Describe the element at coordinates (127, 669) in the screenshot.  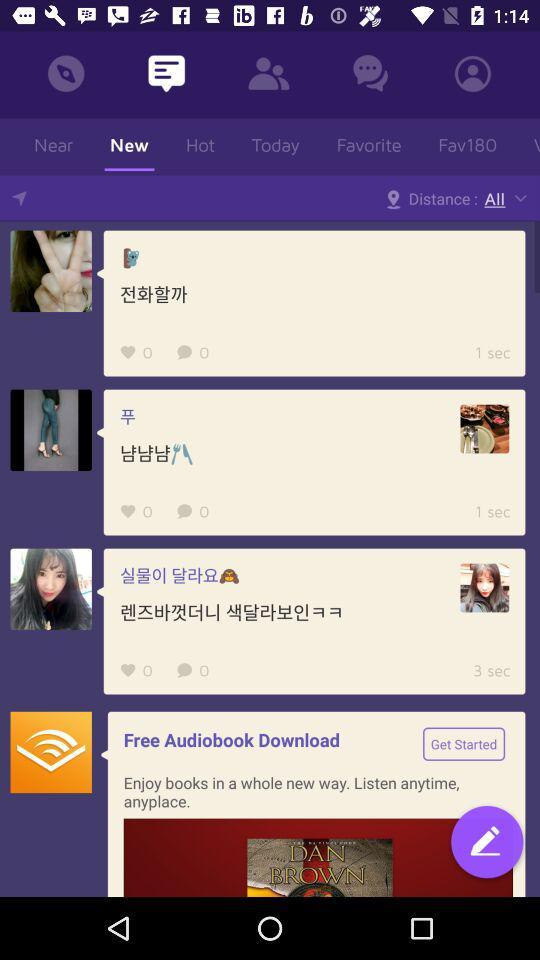
I see `the favorite icon from the last but one row` at that location.